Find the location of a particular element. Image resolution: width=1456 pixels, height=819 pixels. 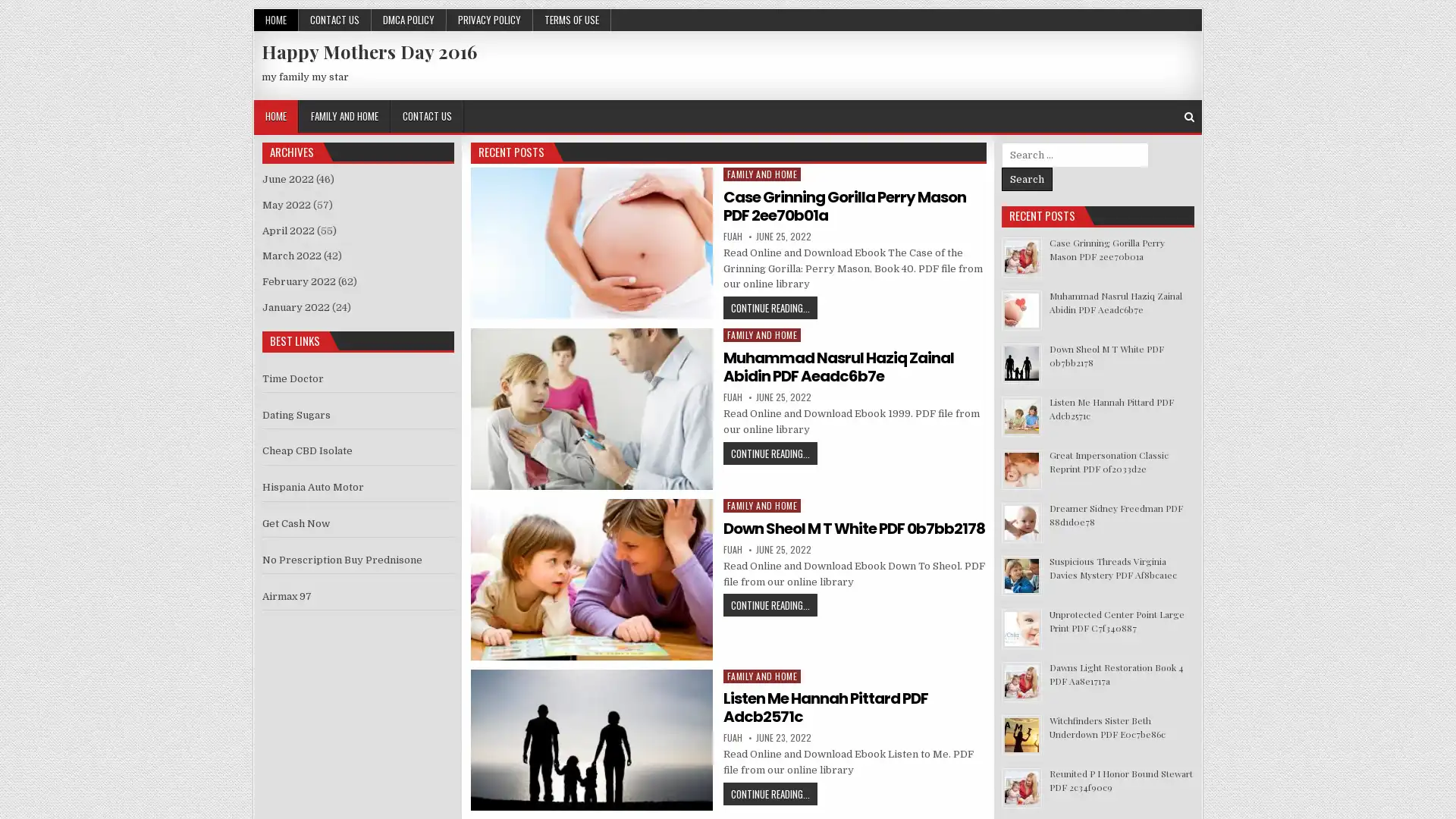

Search is located at coordinates (1027, 178).